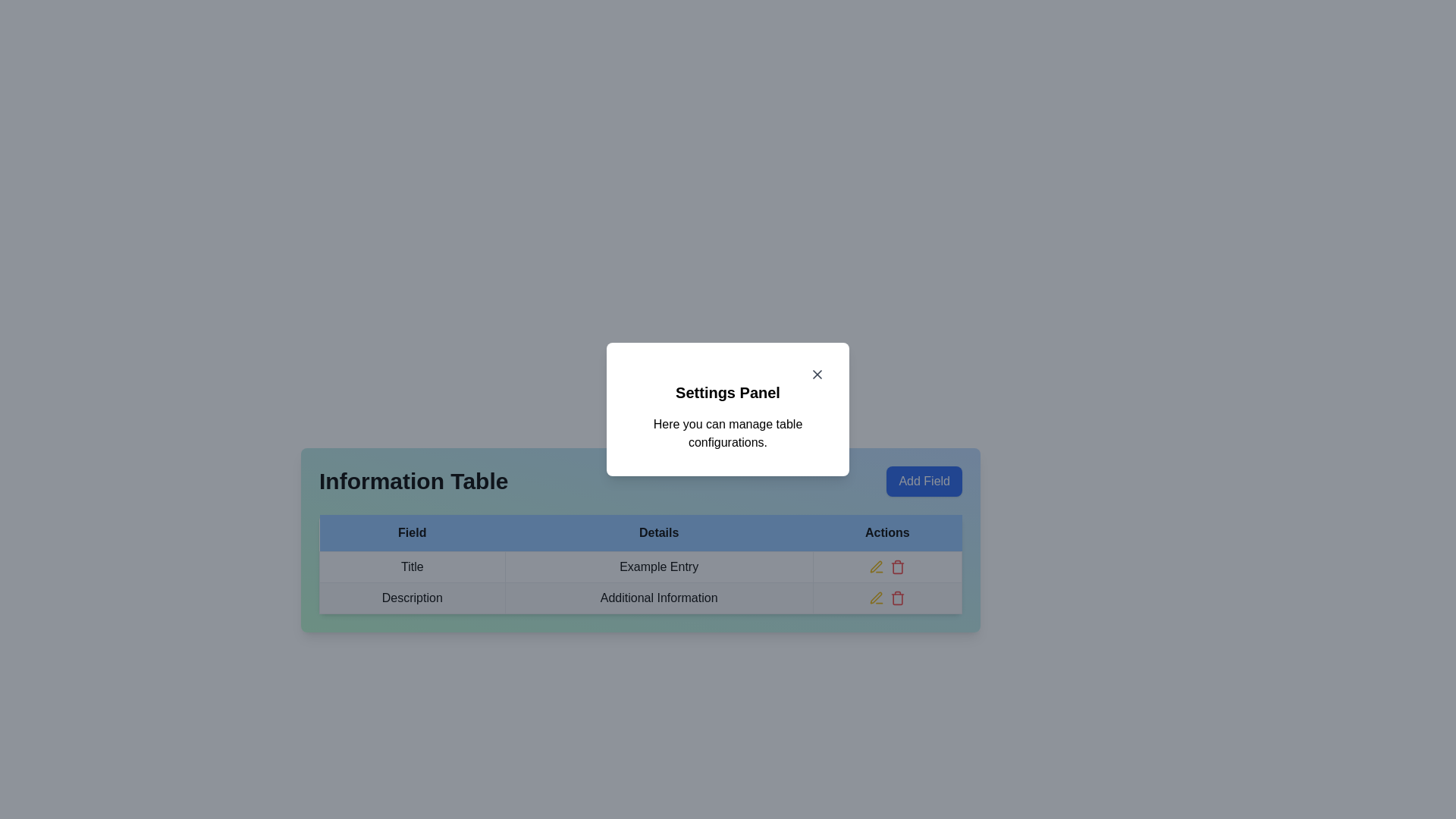 Image resolution: width=1456 pixels, height=819 pixels. What do you see at coordinates (640, 564) in the screenshot?
I see `a table cell in the data table located in the 'Information Table' section` at bounding box center [640, 564].